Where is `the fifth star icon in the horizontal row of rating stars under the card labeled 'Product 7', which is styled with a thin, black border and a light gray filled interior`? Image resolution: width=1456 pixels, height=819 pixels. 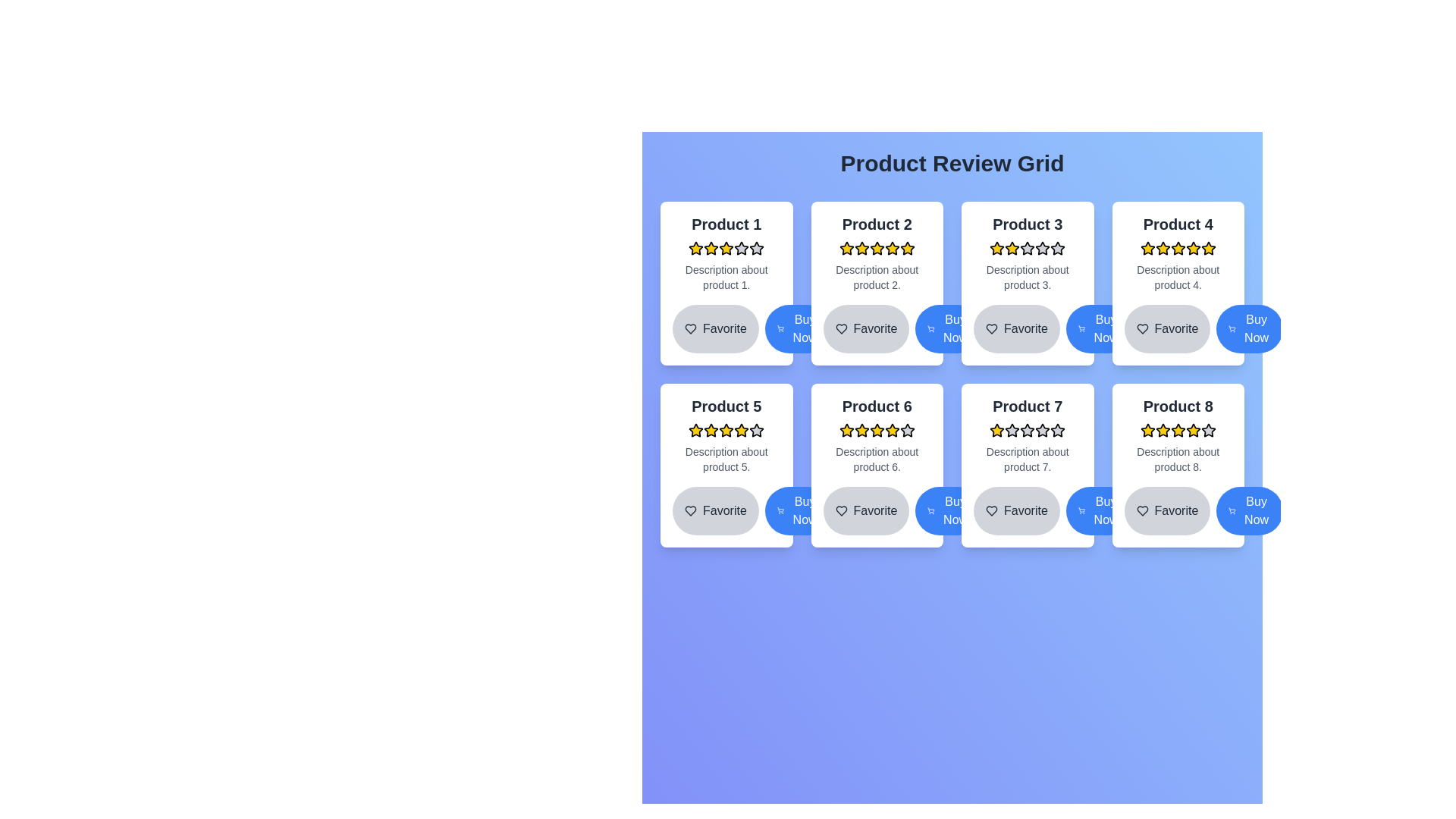
the fifth star icon in the horizontal row of rating stars under the card labeled 'Product 7', which is styled with a thin, black border and a light gray filled interior is located at coordinates (1042, 430).